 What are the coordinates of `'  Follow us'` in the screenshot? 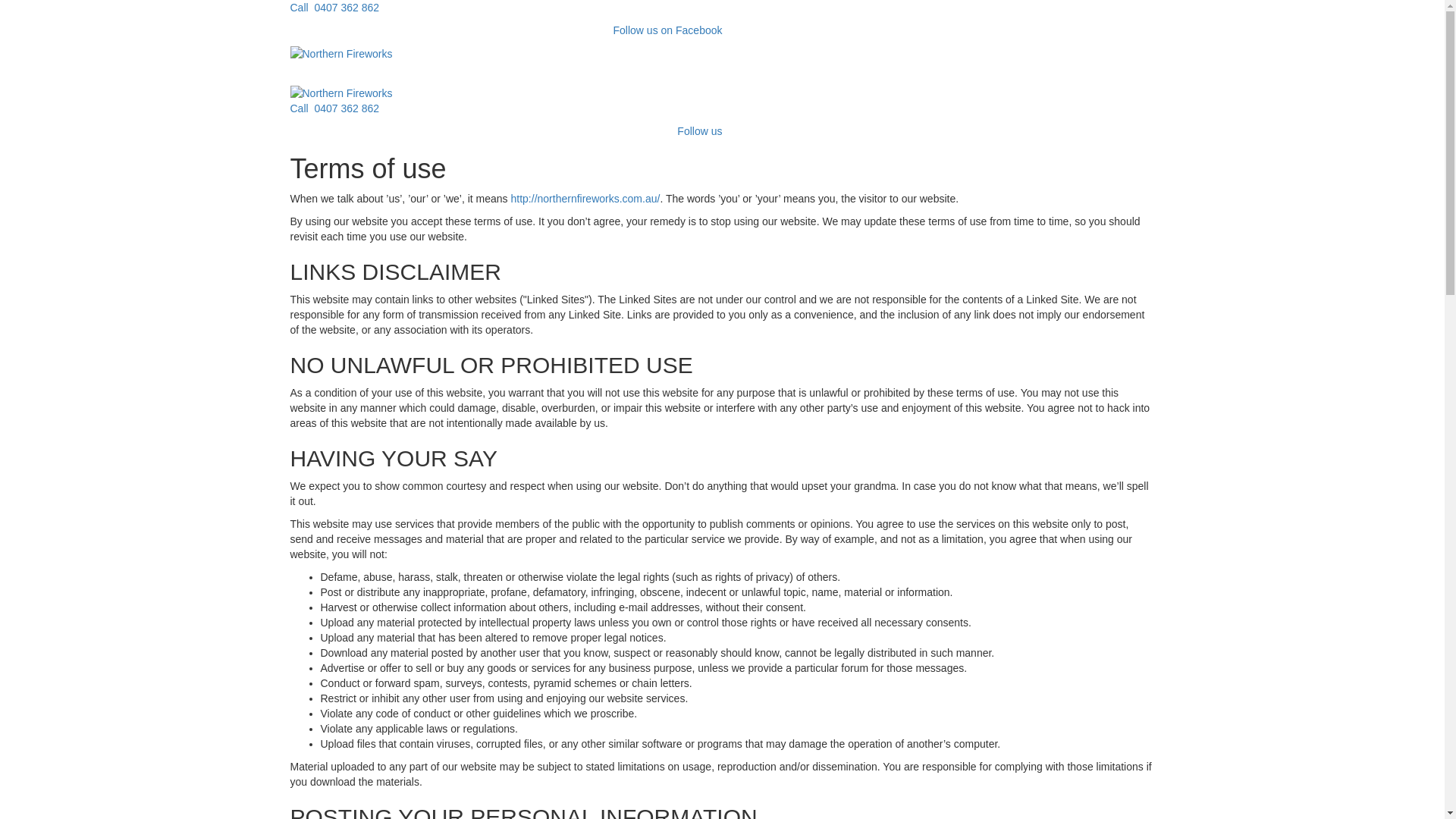 It's located at (696, 130).